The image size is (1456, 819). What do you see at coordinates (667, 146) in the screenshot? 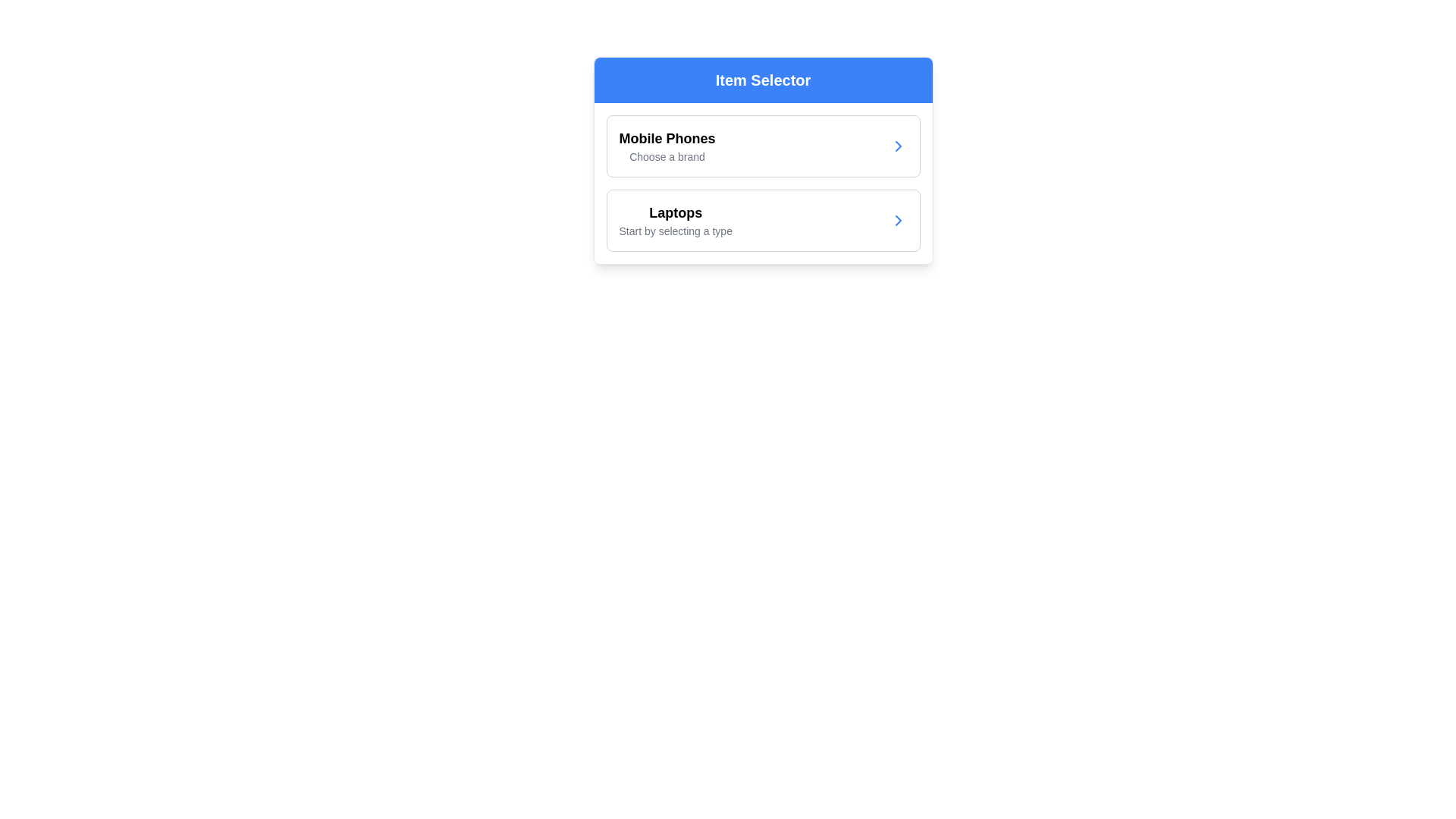
I see `the descriptive label for the selection of mobile phone brands located under the heading 'Item Selector'` at bounding box center [667, 146].